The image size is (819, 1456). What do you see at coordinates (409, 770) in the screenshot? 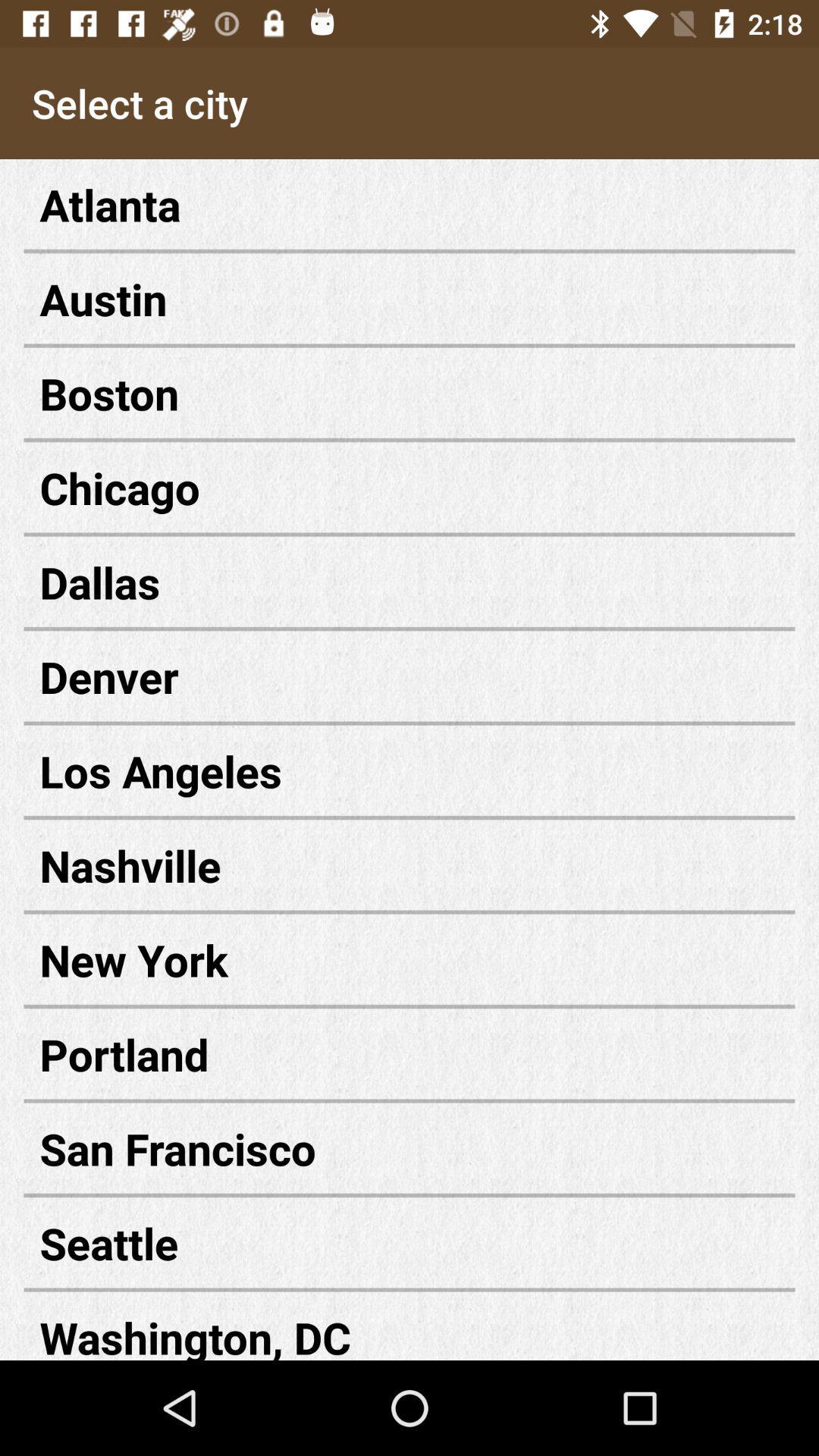
I see `icon above nashville icon` at bounding box center [409, 770].